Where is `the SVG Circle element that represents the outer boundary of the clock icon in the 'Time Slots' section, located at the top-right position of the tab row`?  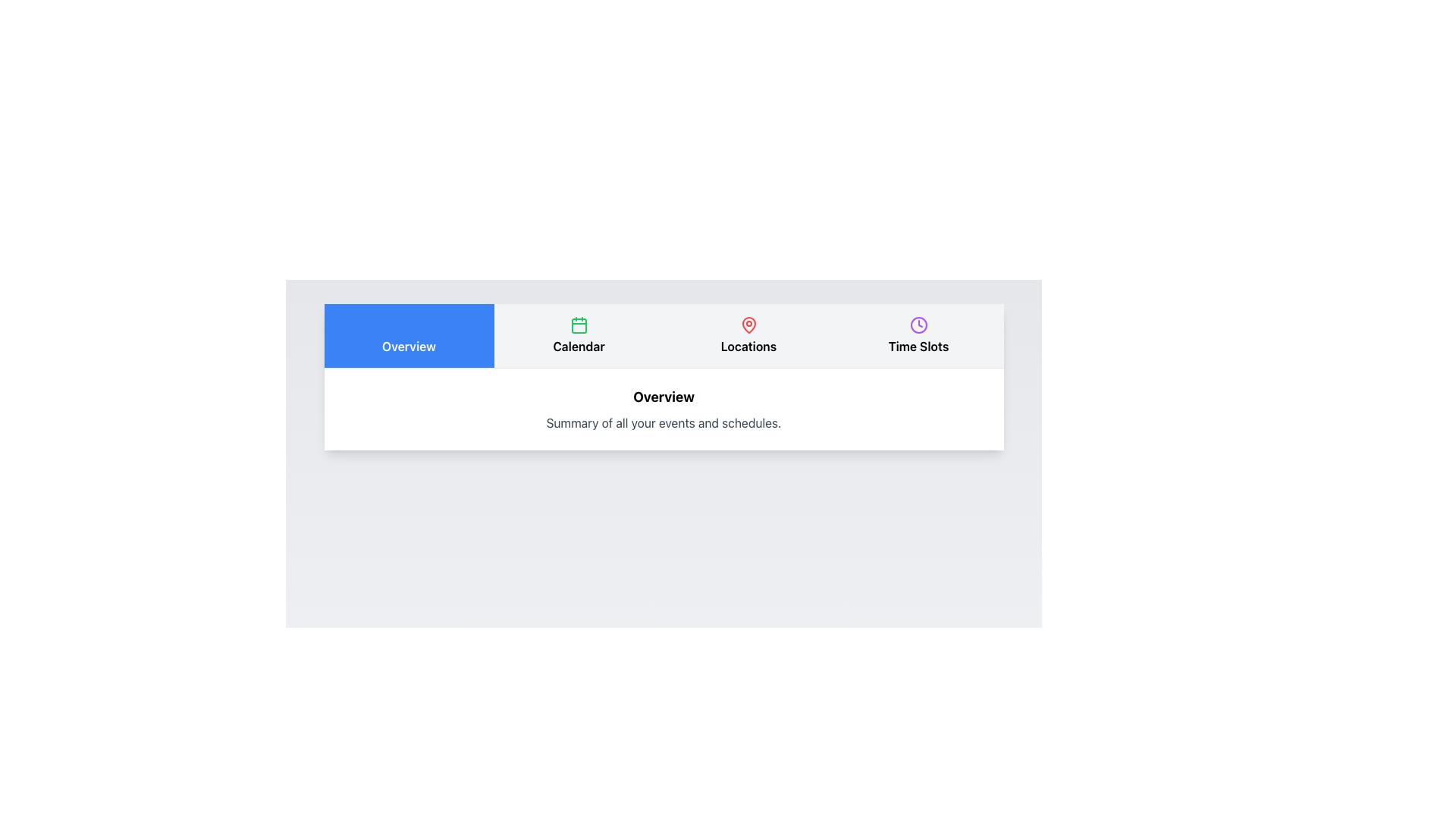
the SVG Circle element that represents the outer boundary of the clock icon in the 'Time Slots' section, located at the top-right position of the tab row is located at coordinates (918, 324).